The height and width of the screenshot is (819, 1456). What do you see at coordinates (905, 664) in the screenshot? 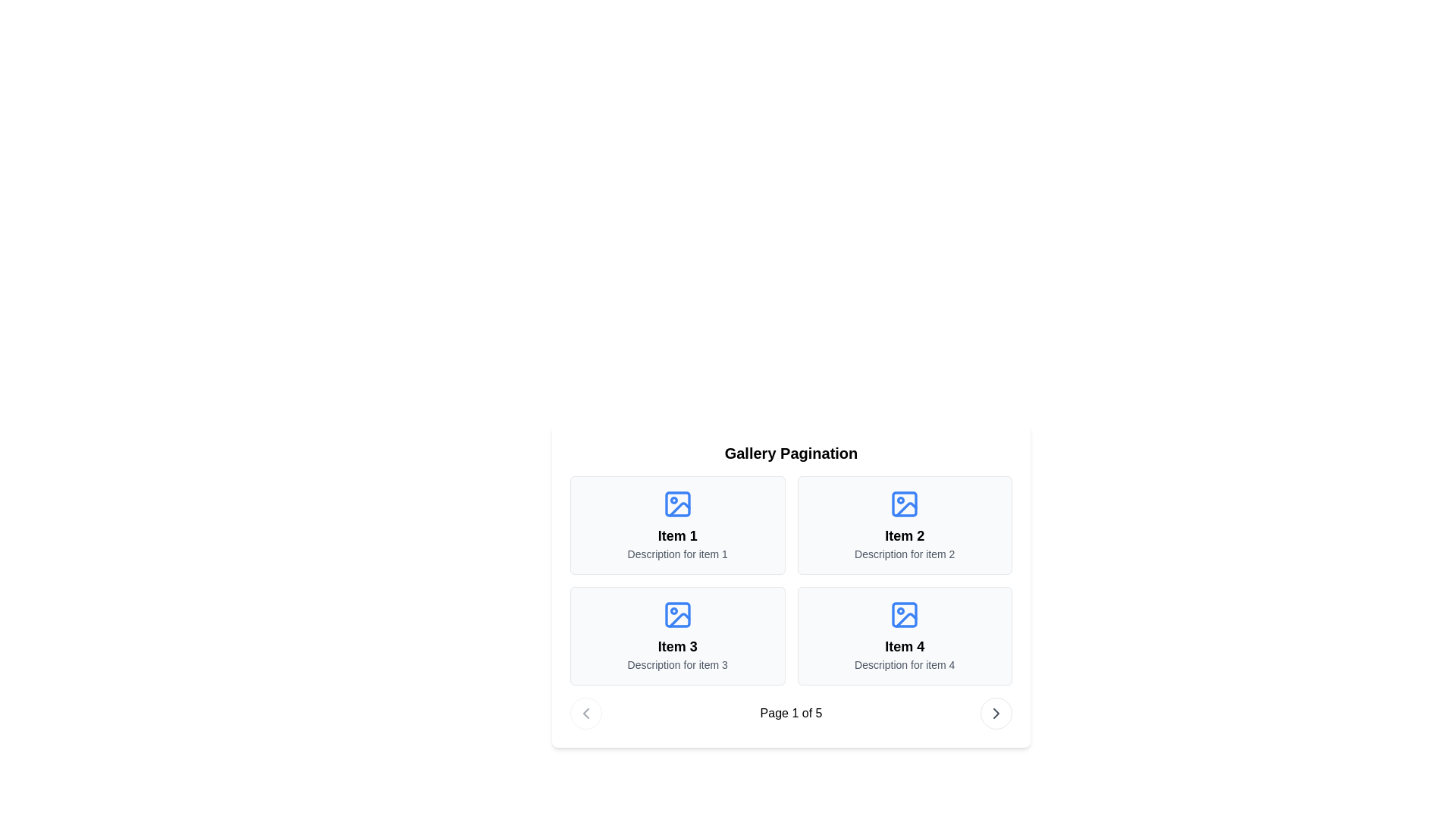
I see `descriptive text located directly beneath the title text 'Item 4' in the fourth grid item of the layout` at bounding box center [905, 664].